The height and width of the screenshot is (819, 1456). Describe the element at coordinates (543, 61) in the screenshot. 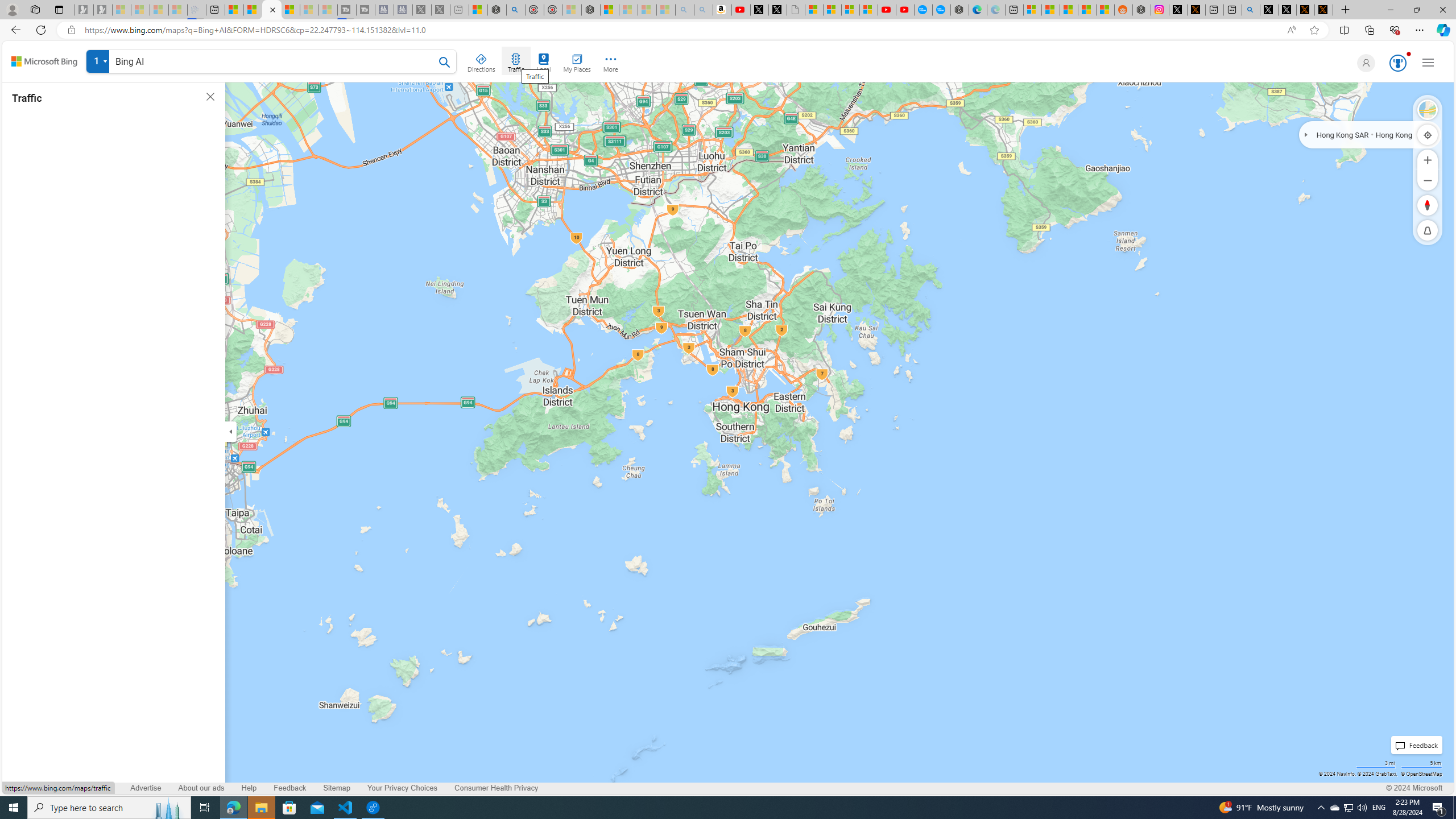

I see `'Local'` at that location.